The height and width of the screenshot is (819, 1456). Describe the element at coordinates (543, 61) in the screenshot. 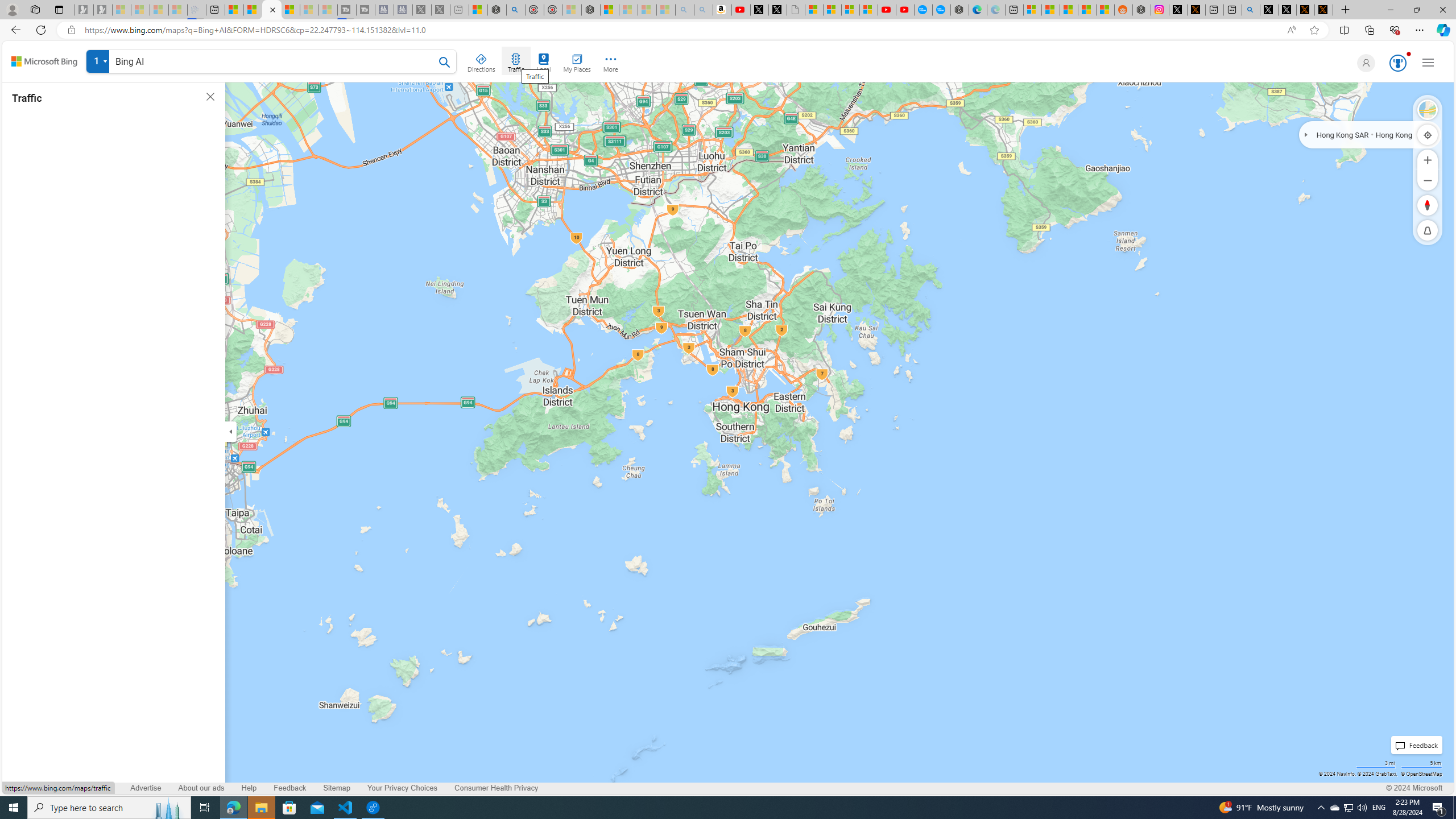

I see `'Local'` at that location.